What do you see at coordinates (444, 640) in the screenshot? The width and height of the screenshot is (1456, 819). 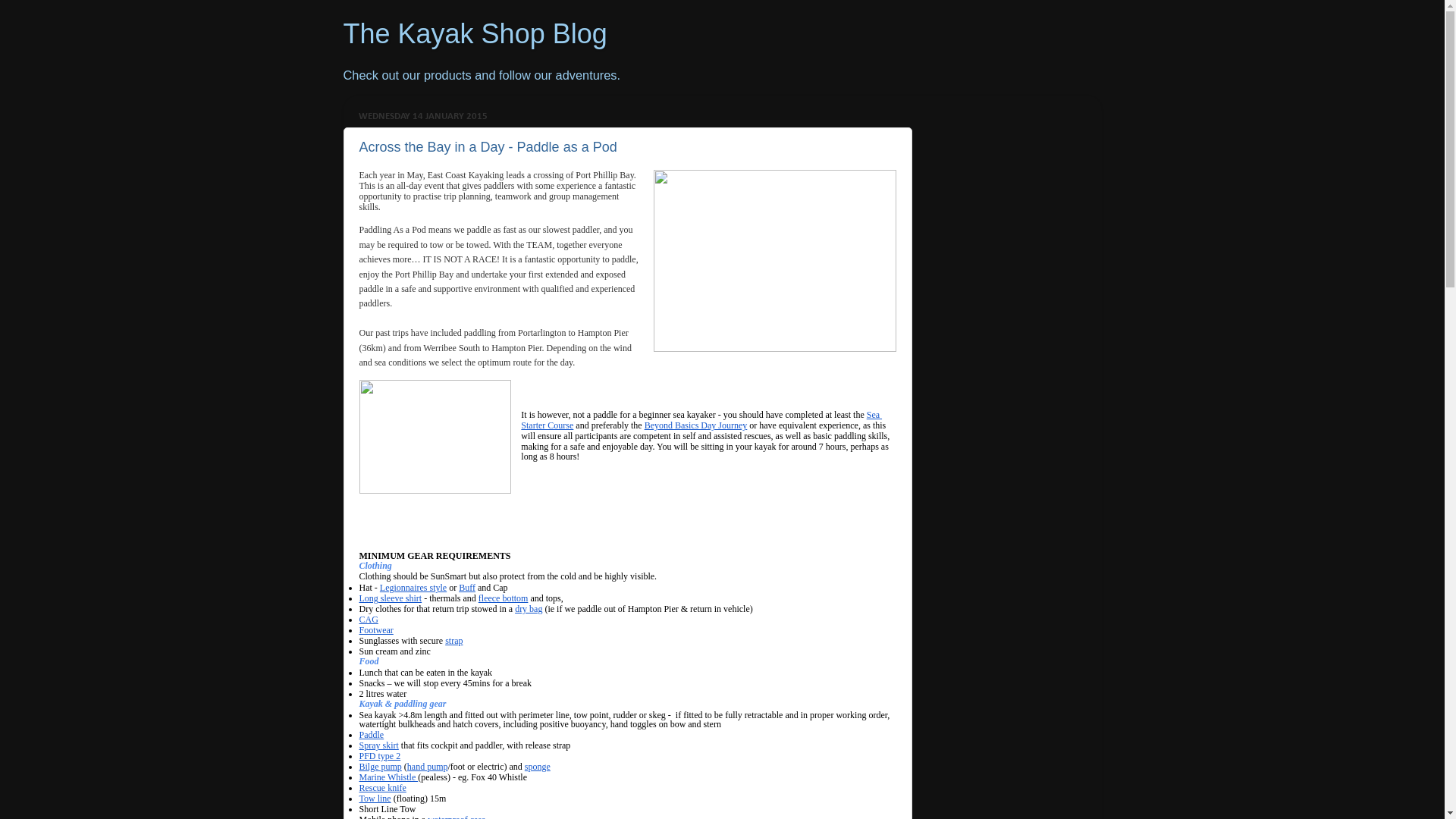 I see `'strap'` at bounding box center [444, 640].